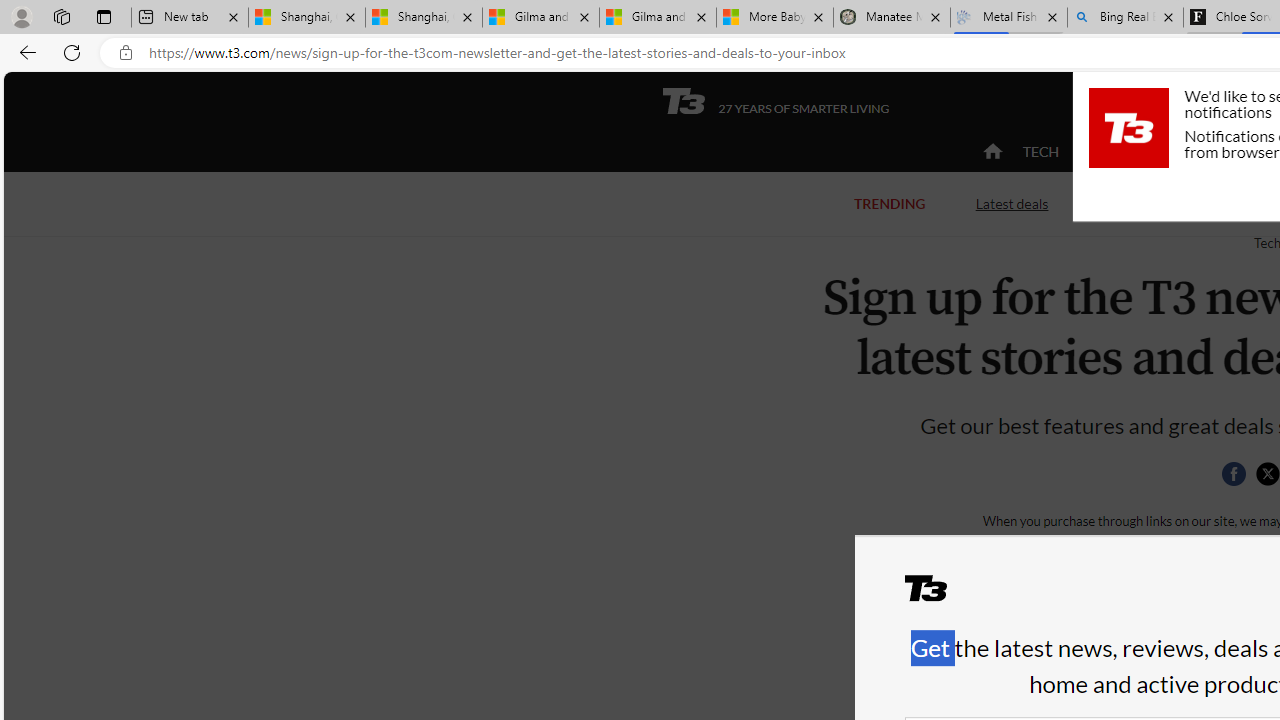  I want to click on 'T3 27 YEARS OF SMARTER LIVING', so click(774, 101).